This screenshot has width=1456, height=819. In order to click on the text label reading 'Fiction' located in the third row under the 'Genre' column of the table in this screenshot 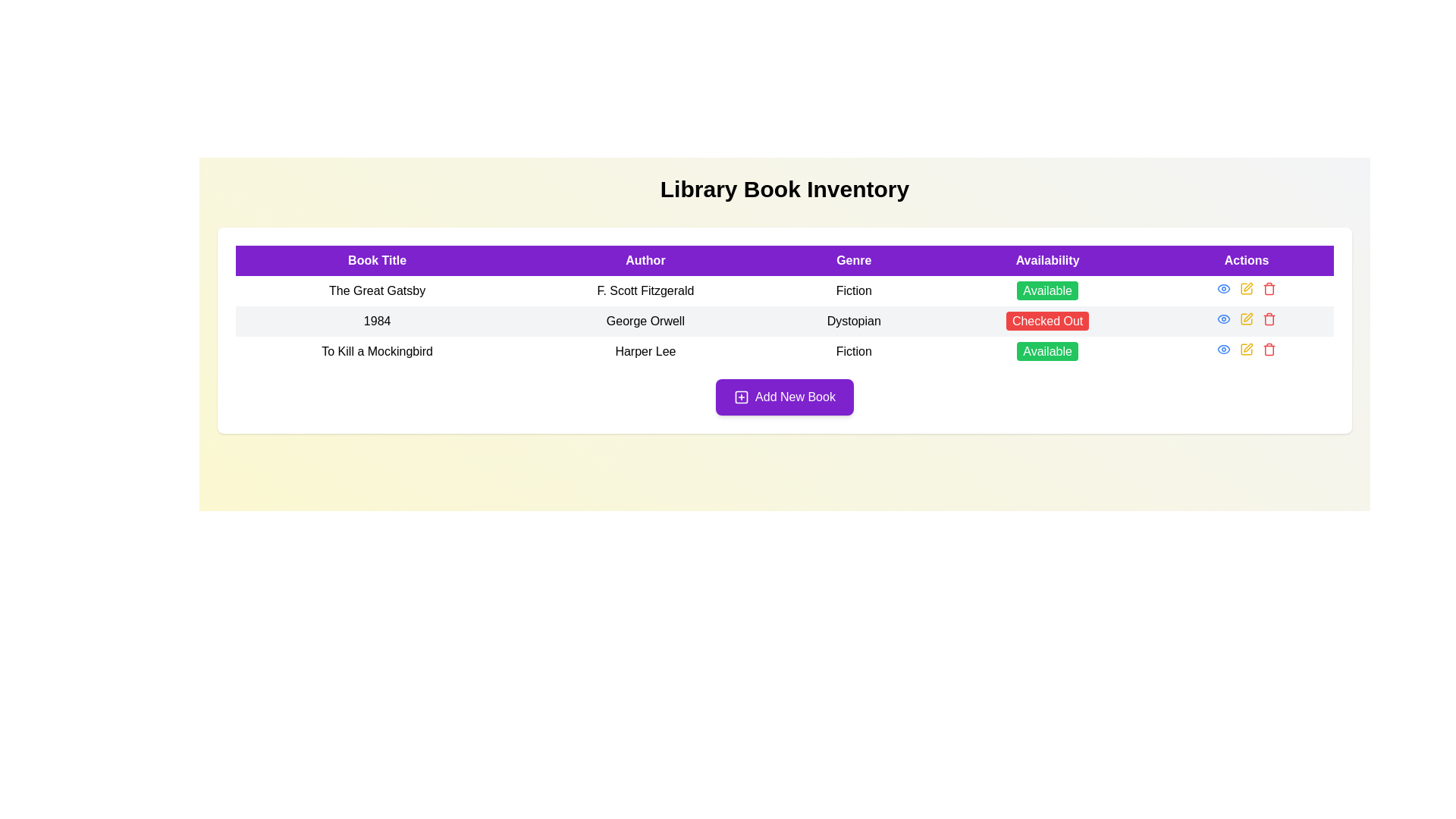, I will do `click(854, 351)`.